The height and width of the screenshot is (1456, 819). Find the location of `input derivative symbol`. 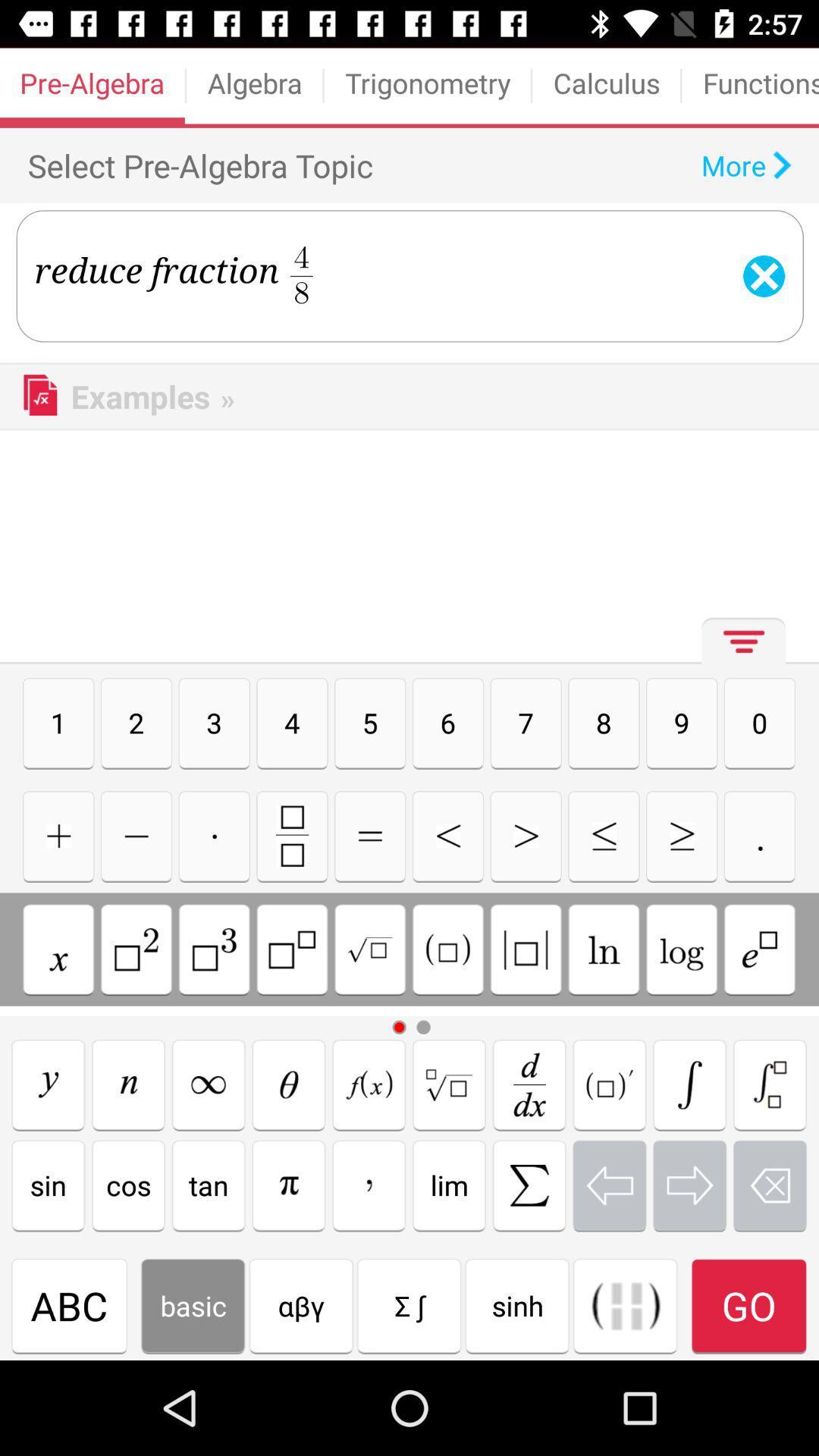

input derivative symbol is located at coordinates (529, 1084).